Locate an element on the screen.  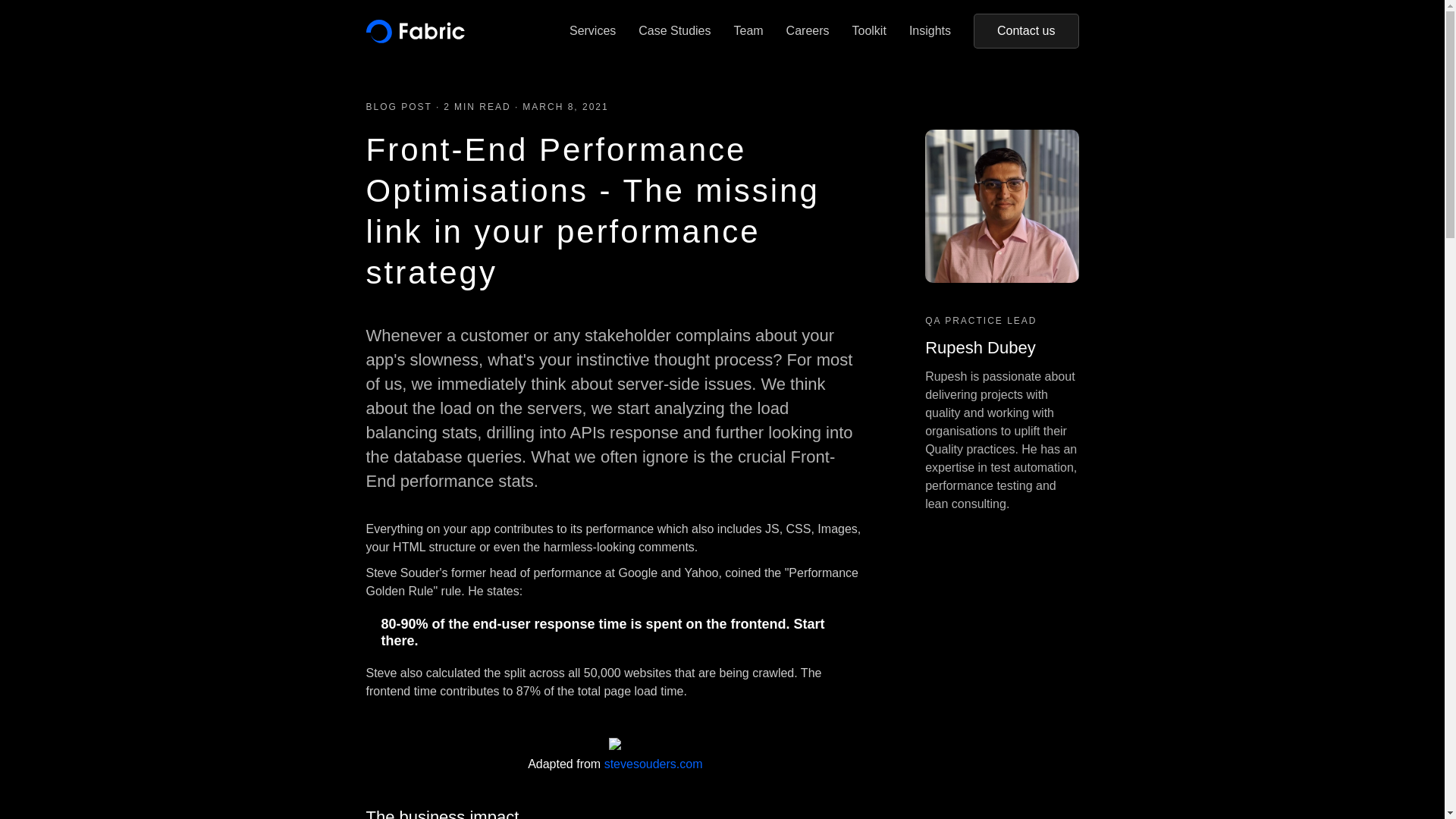
'Services' is located at coordinates (591, 31).